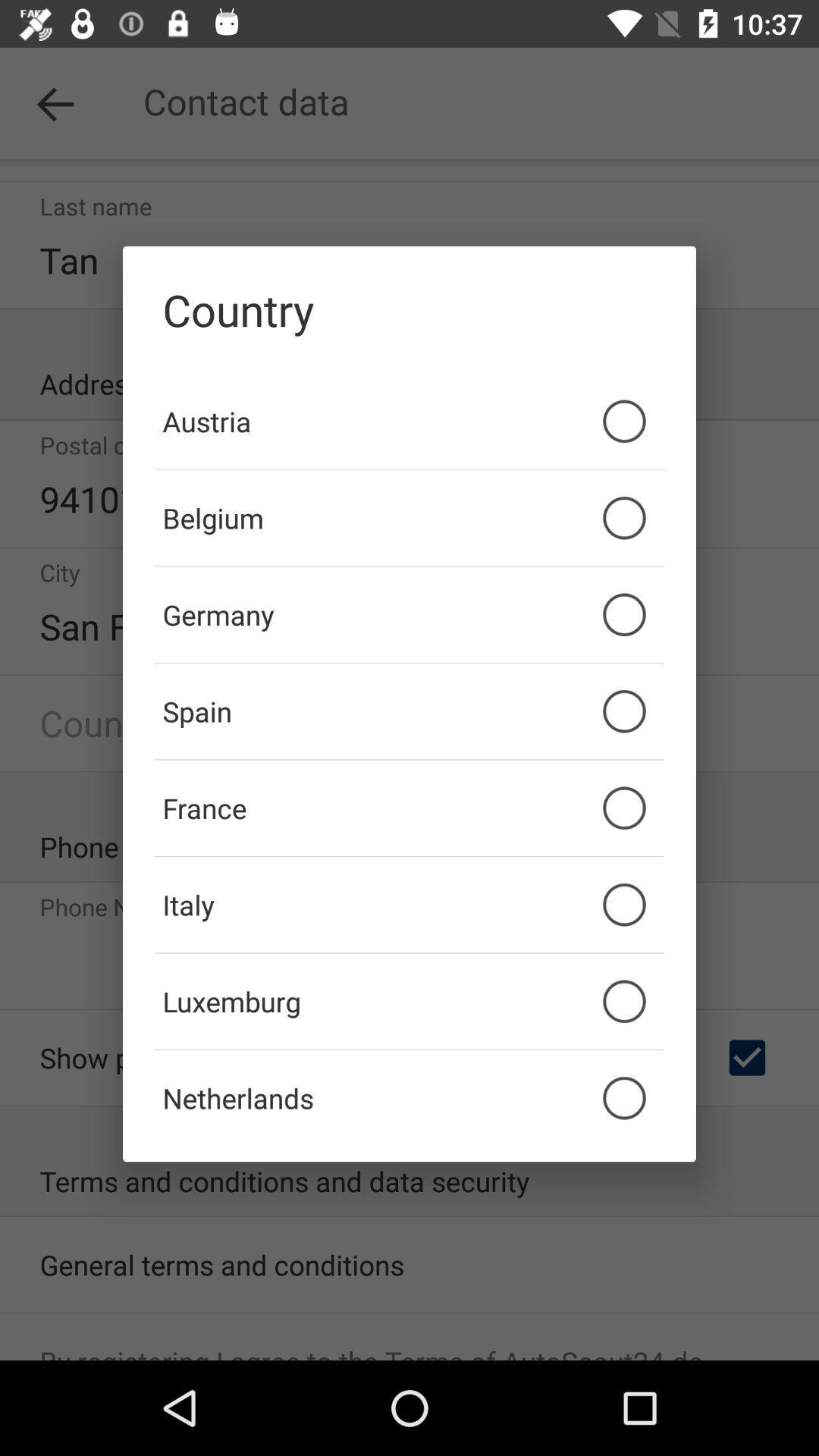  Describe the element at coordinates (409, 1098) in the screenshot. I see `the netherlands icon` at that location.